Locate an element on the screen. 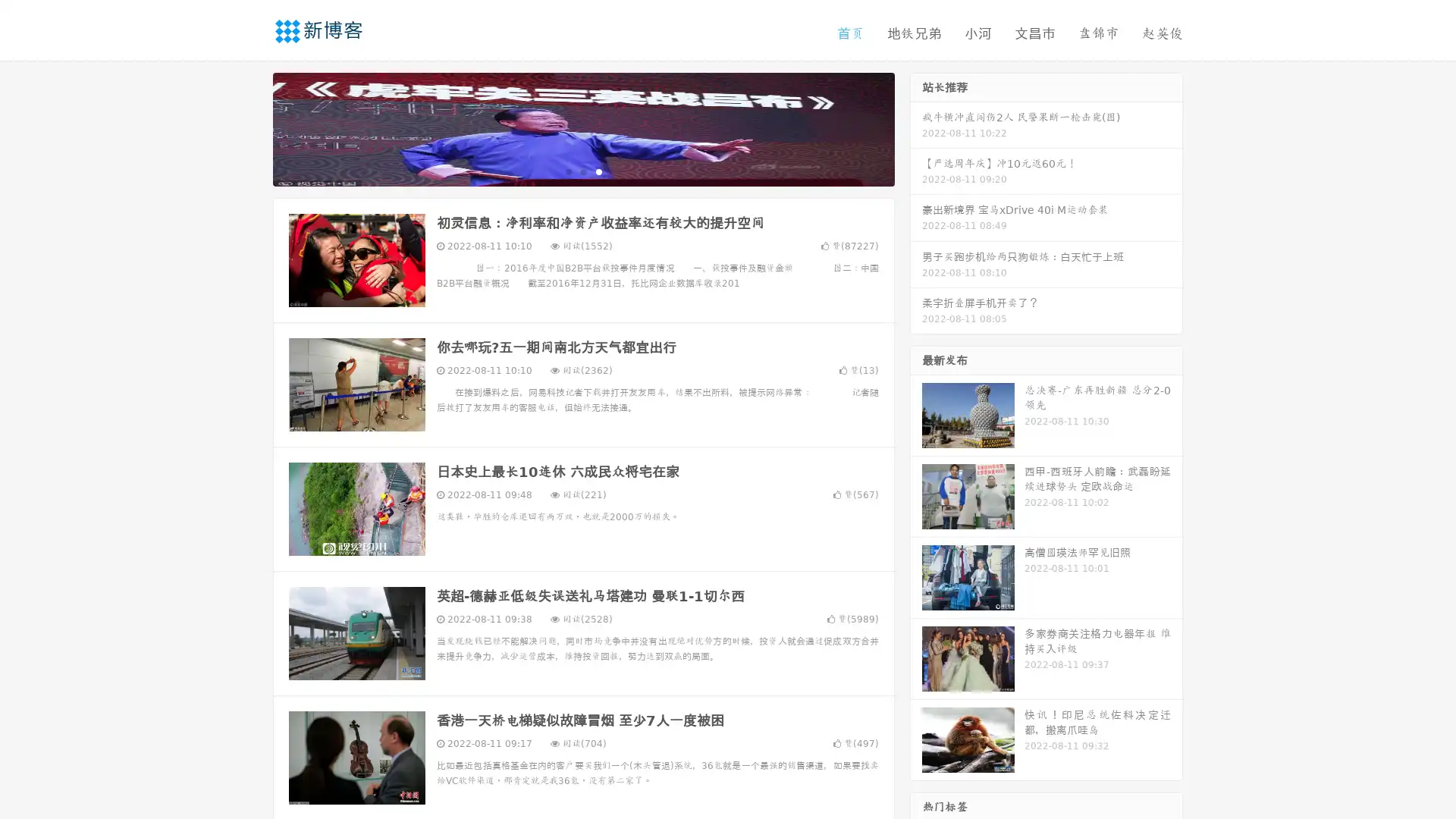 The width and height of the screenshot is (1456, 819). Go to slide 2 is located at coordinates (582, 171).